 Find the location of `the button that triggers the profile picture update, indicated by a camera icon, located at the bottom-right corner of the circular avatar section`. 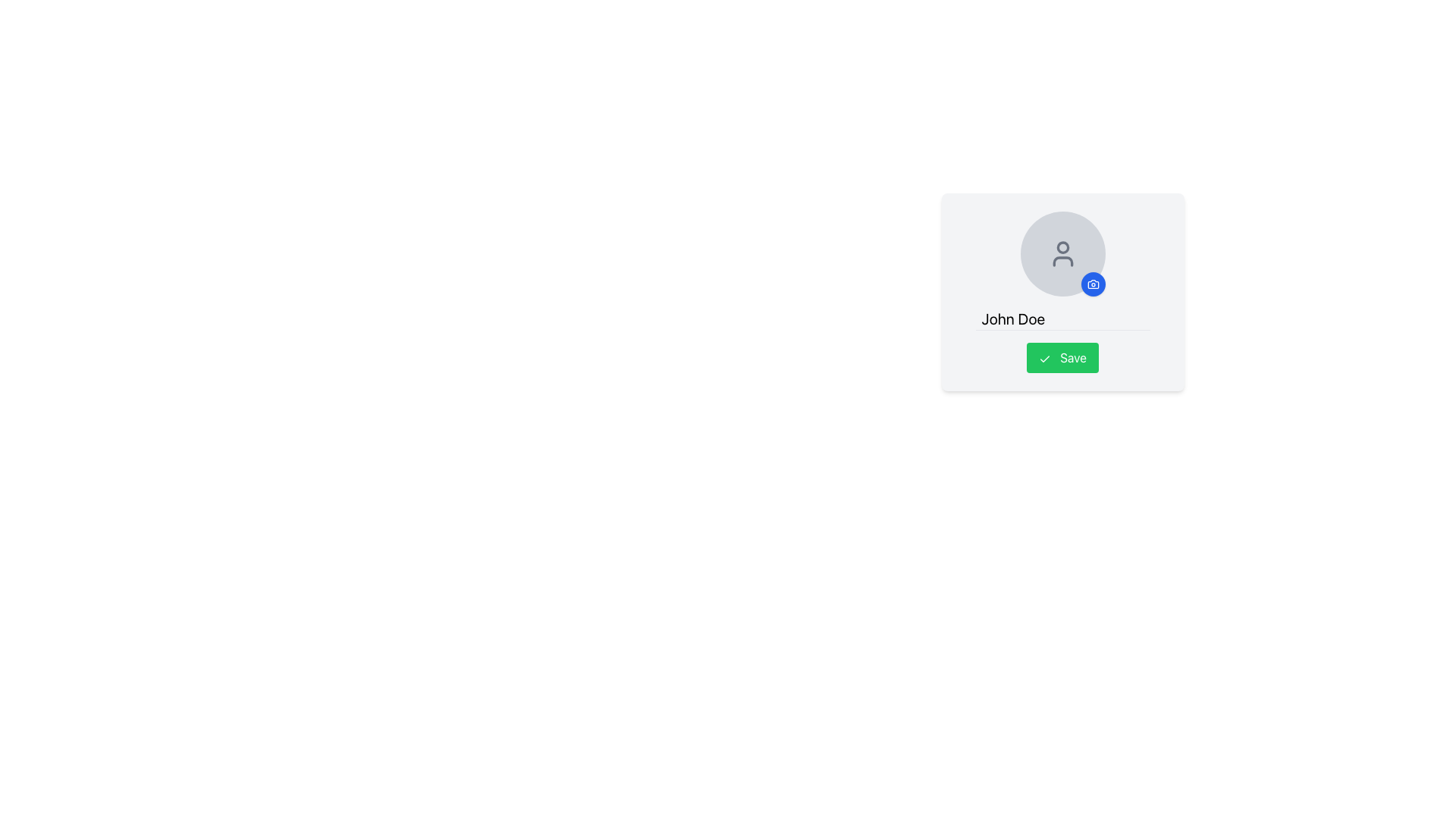

the button that triggers the profile picture update, indicated by a camera icon, located at the bottom-right corner of the circular avatar section is located at coordinates (1093, 284).